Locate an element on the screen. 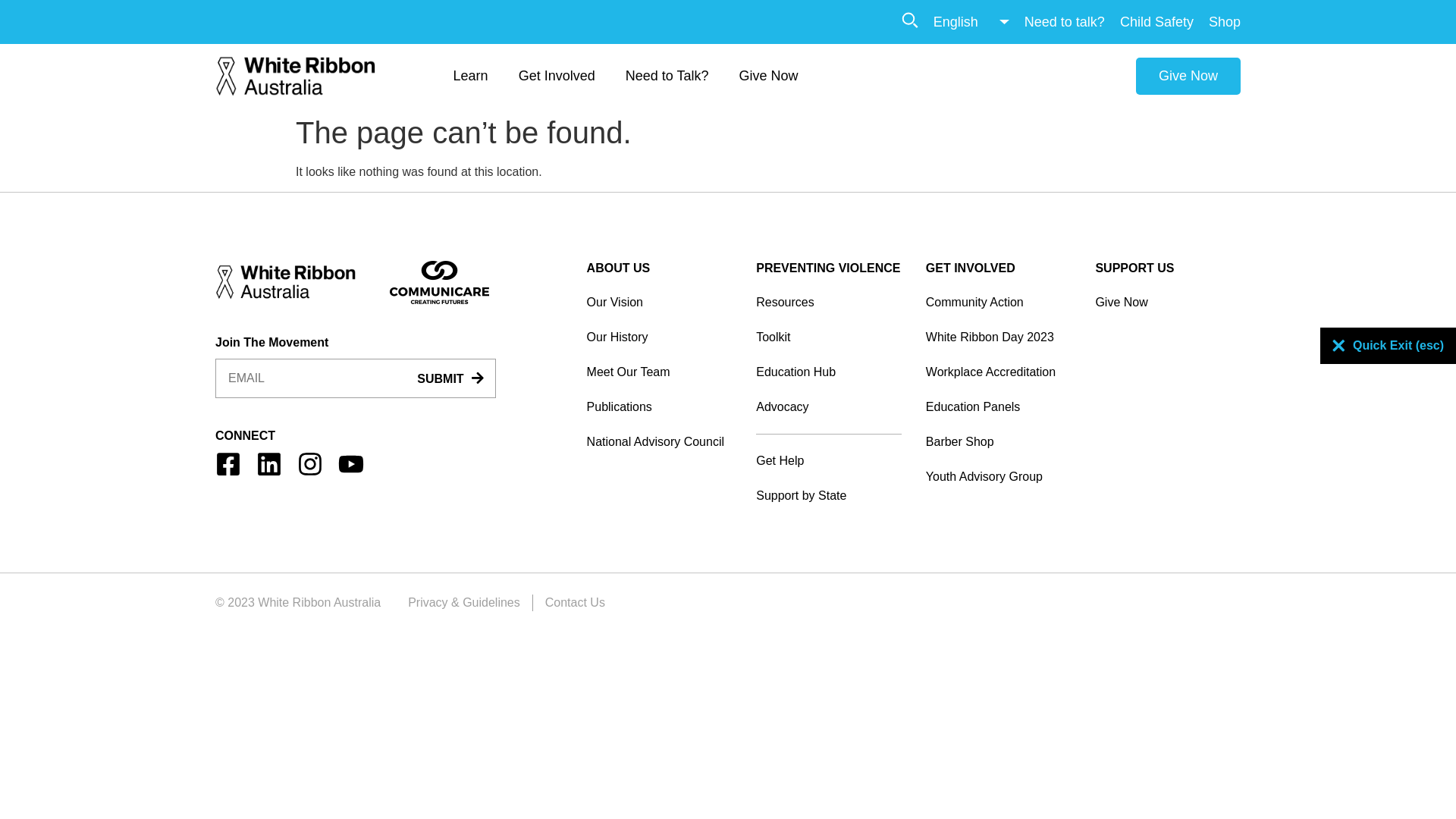 Image resolution: width=1456 pixels, height=819 pixels. 'Learn' is located at coordinates (469, 76).